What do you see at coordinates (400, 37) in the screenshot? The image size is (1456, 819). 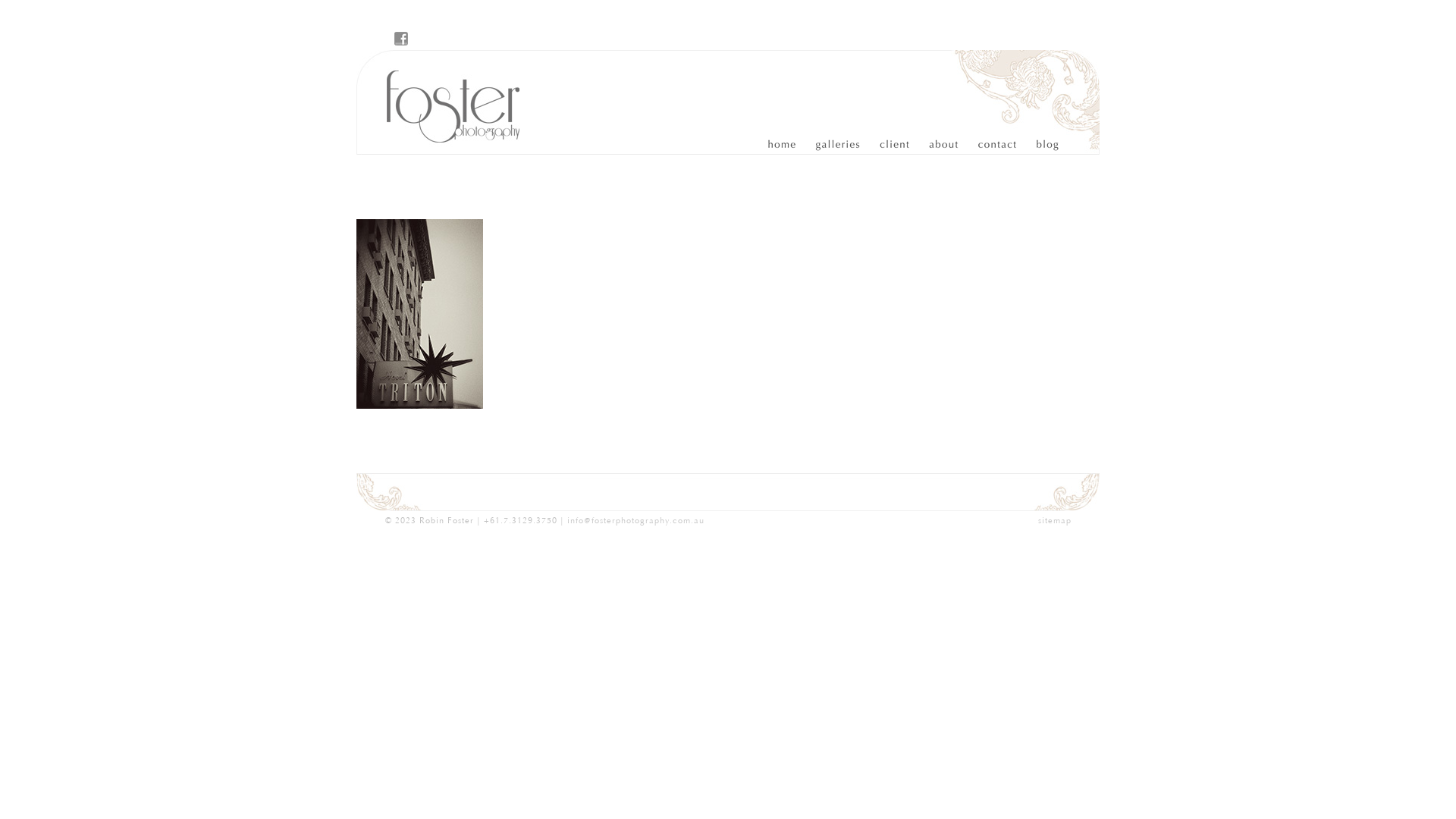 I see `'Visit Foster Photography on Facebook'` at bounding box center [400, 37].